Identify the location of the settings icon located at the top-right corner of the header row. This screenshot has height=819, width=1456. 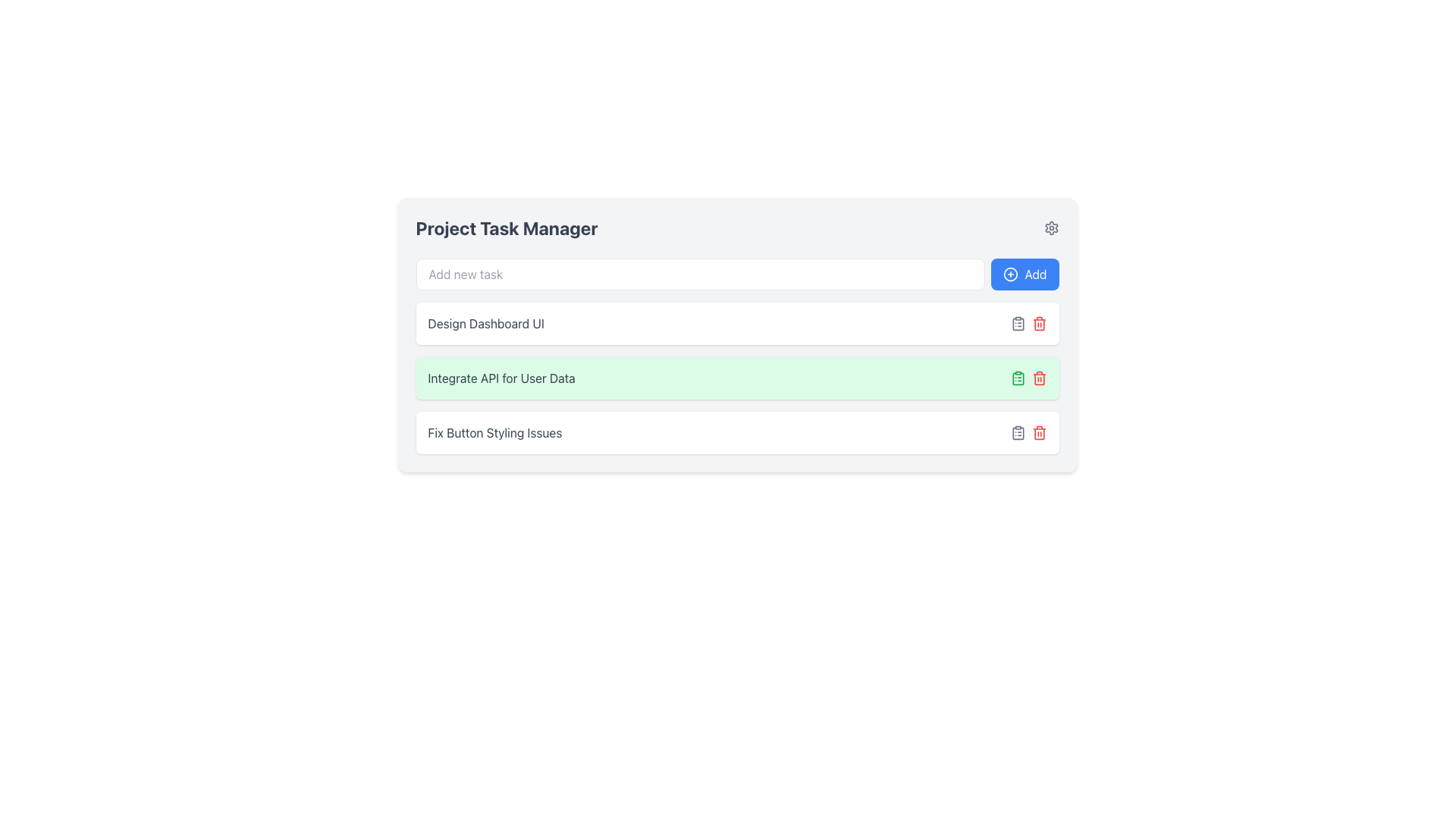
(1050, 227).